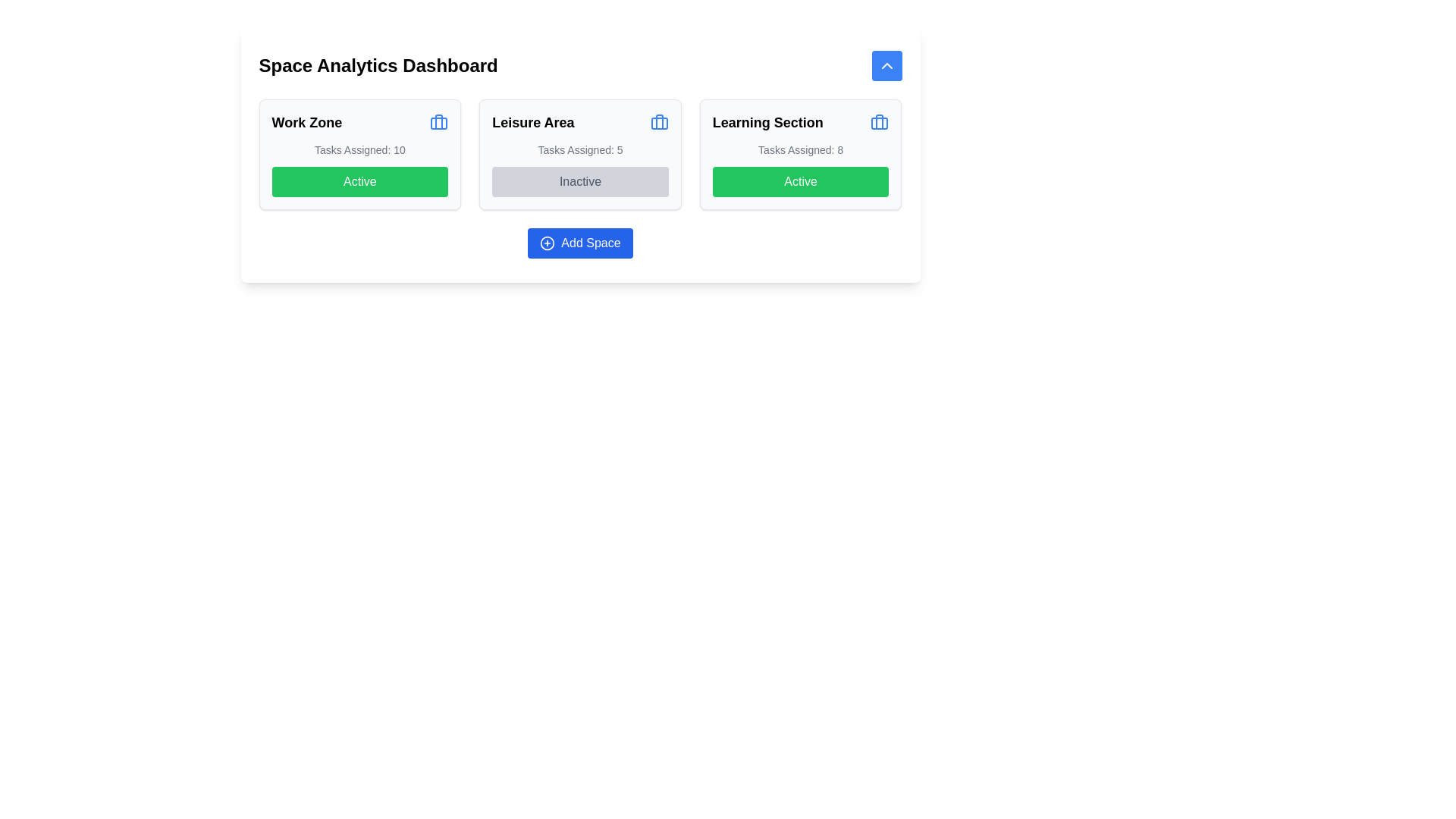 The height and width of the screenshot is (819, 1456). I want to click on the static text label indicating the number of tasks assigned to the 'Learning Section', located centrally below the 'Learning Section' heading and above the 'Active' button, so click(800, 149).